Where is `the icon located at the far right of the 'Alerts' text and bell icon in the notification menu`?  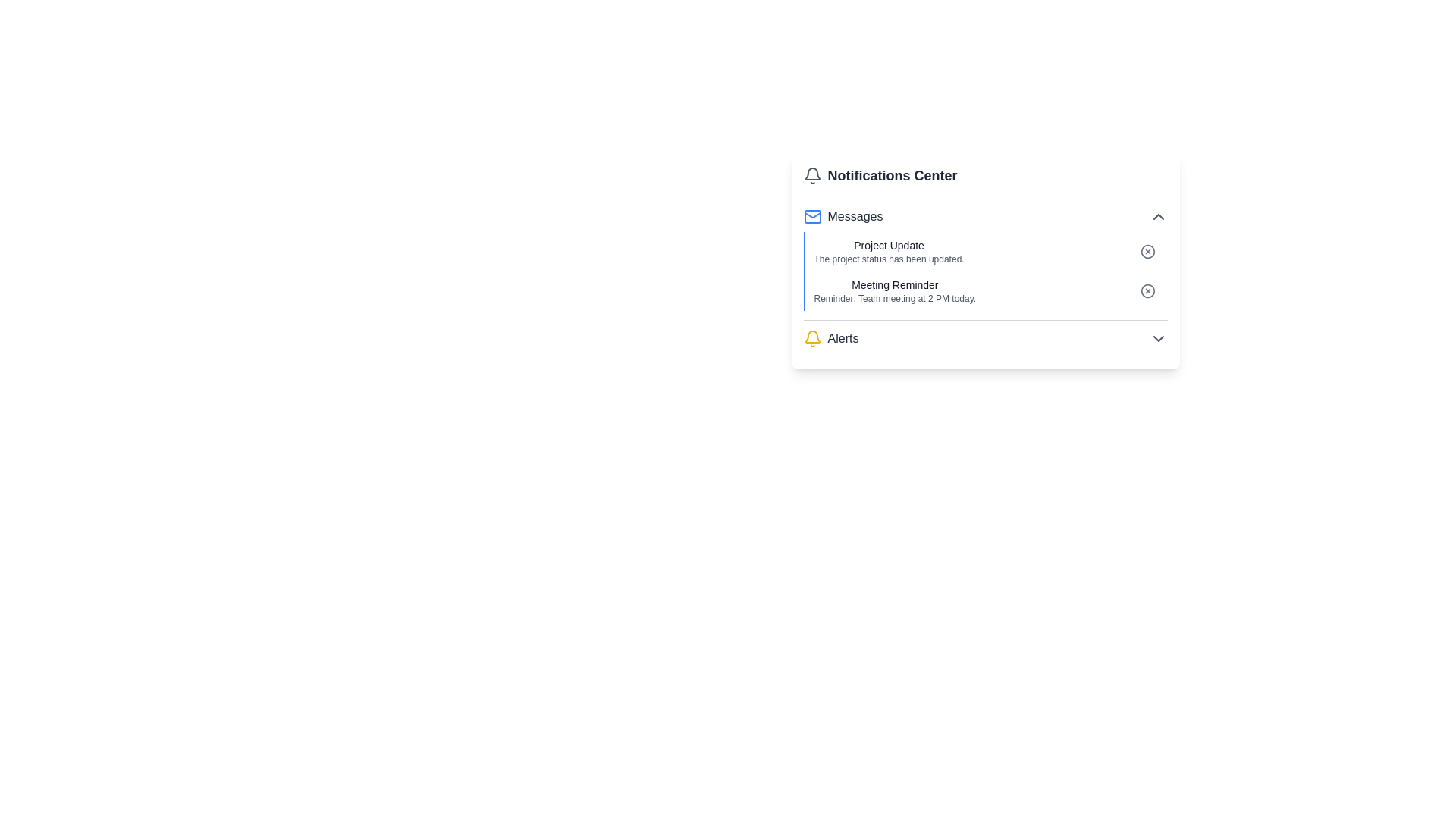 the icon located at the far right of the 'Alerts' text and bell icon in the notification menu is located at coordinates (1157, 338).